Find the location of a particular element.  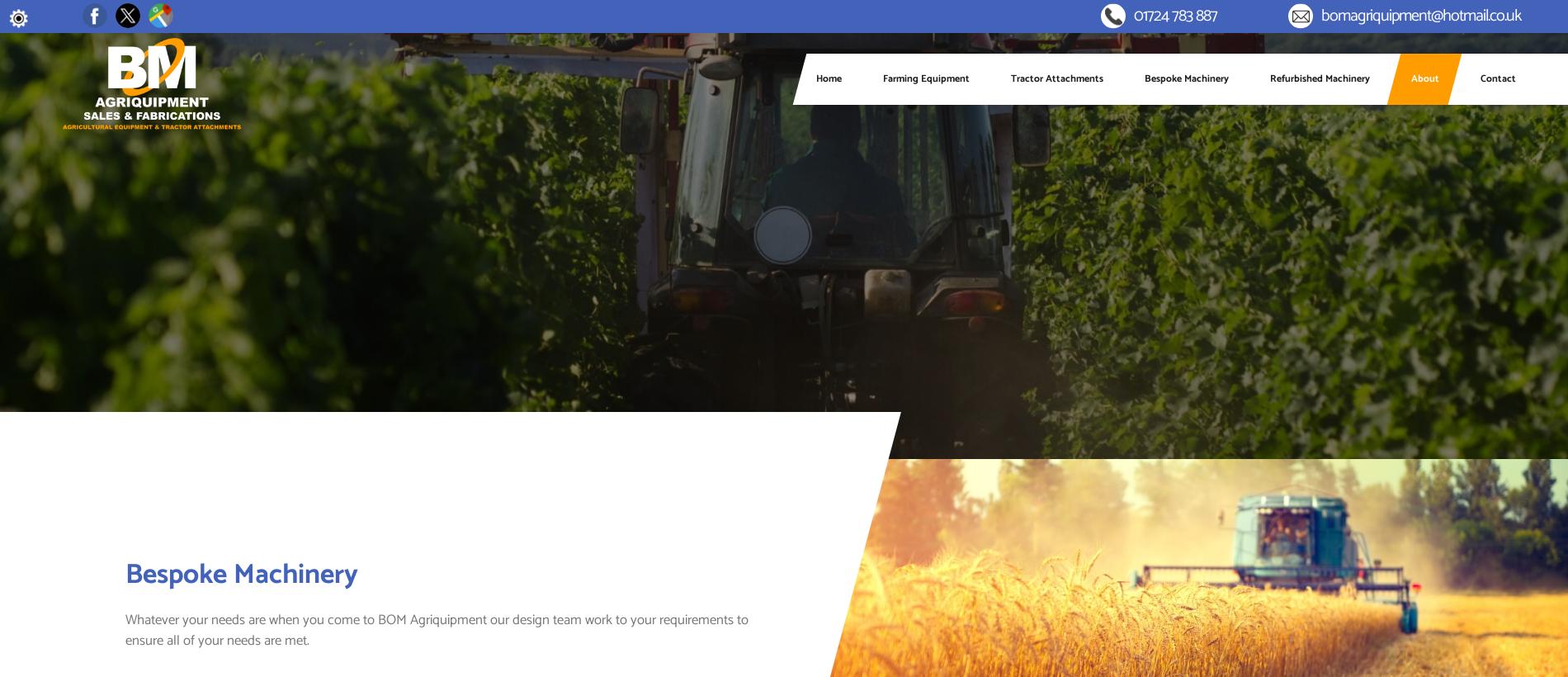

'Farming Equipment' is located at coordinates (926, 78).